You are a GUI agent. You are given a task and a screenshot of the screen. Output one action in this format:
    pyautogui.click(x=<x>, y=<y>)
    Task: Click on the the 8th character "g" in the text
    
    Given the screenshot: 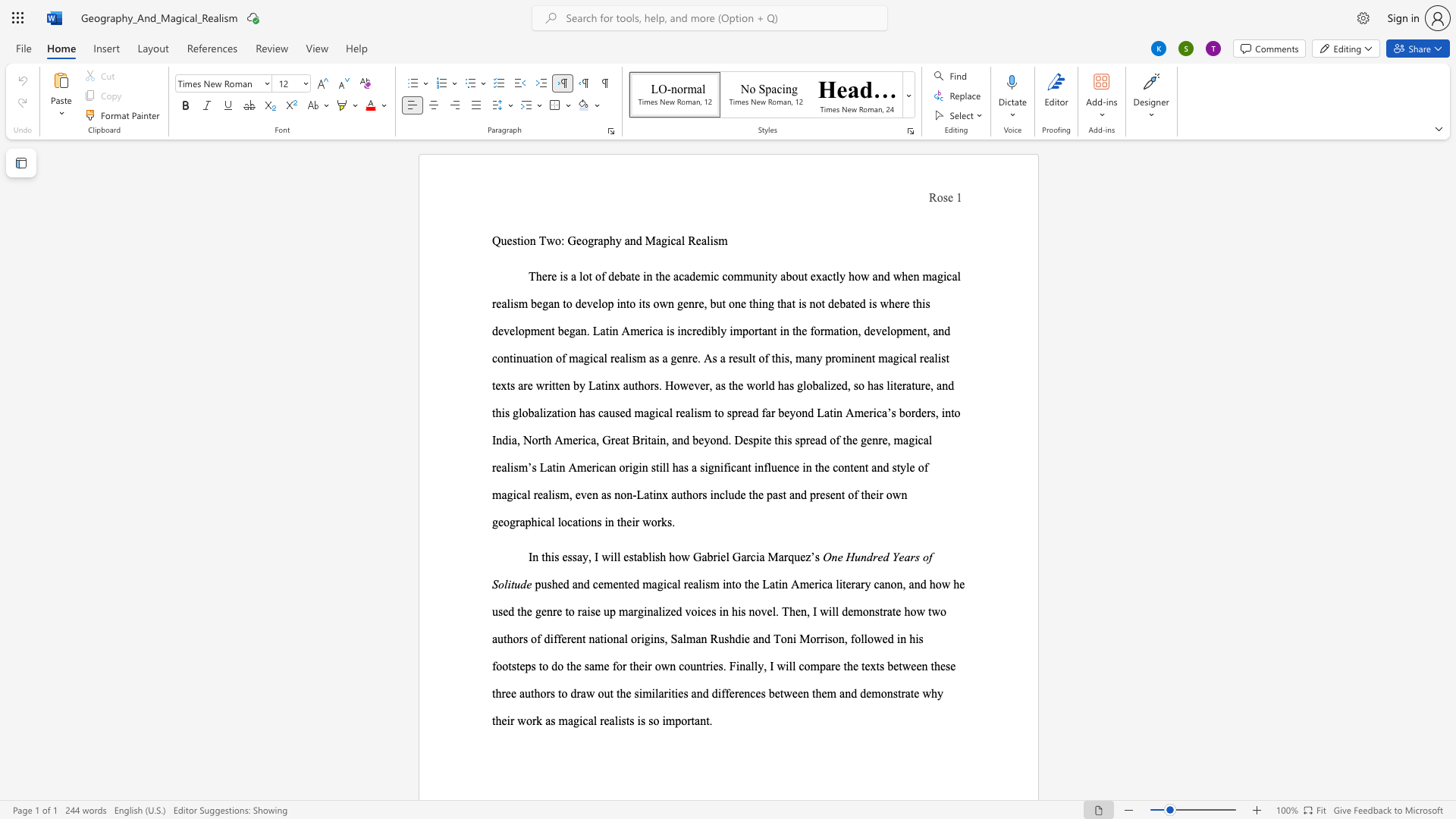 What is the action you would take?
    pyautogui.click(x=896, y=358)
    